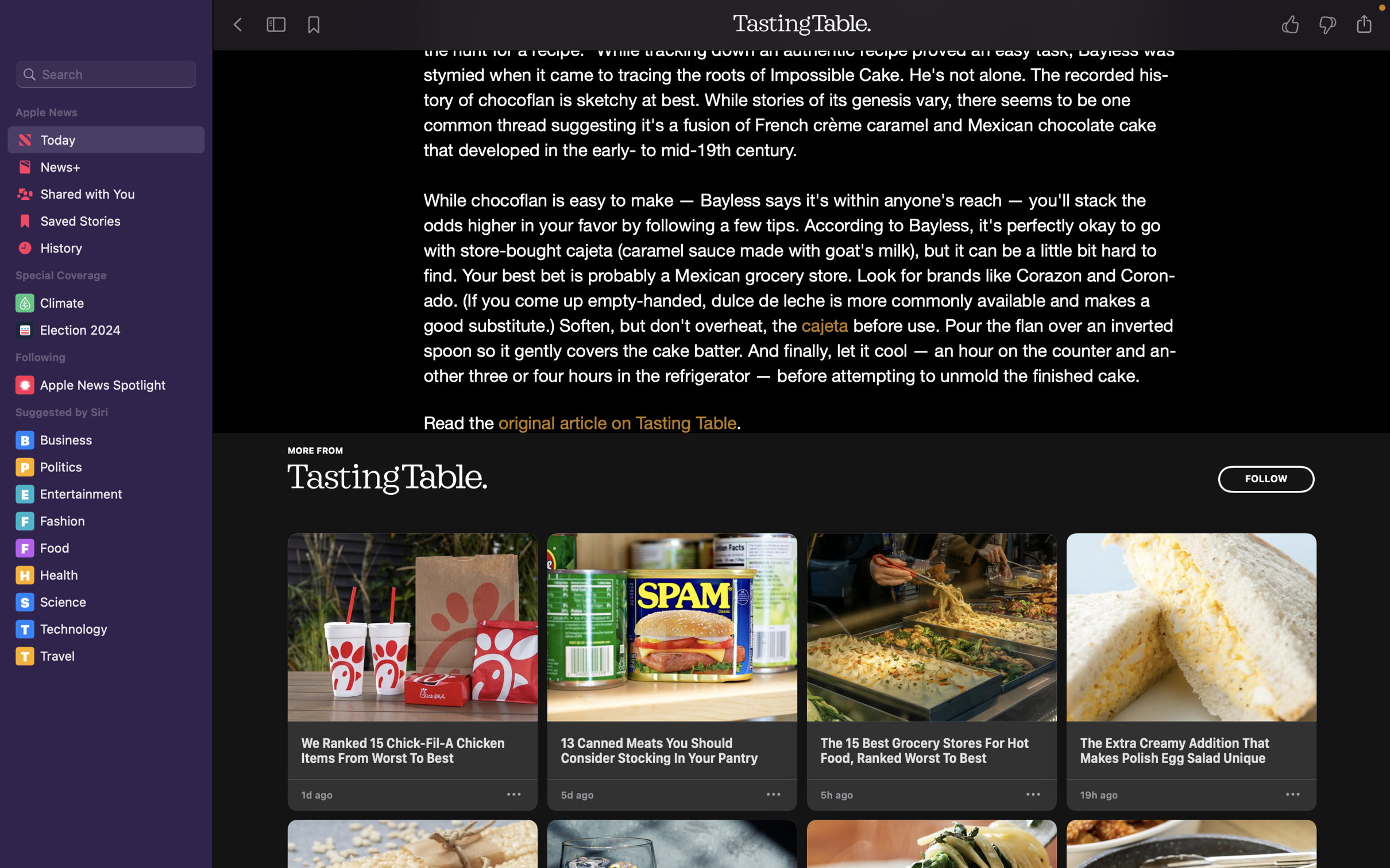 This screenshot has width=1390, height=868. What do you see at coordinates (1368, 24) in the screenshot?
I see `Share the story to Notes application` at bounding box center [1368, 24].